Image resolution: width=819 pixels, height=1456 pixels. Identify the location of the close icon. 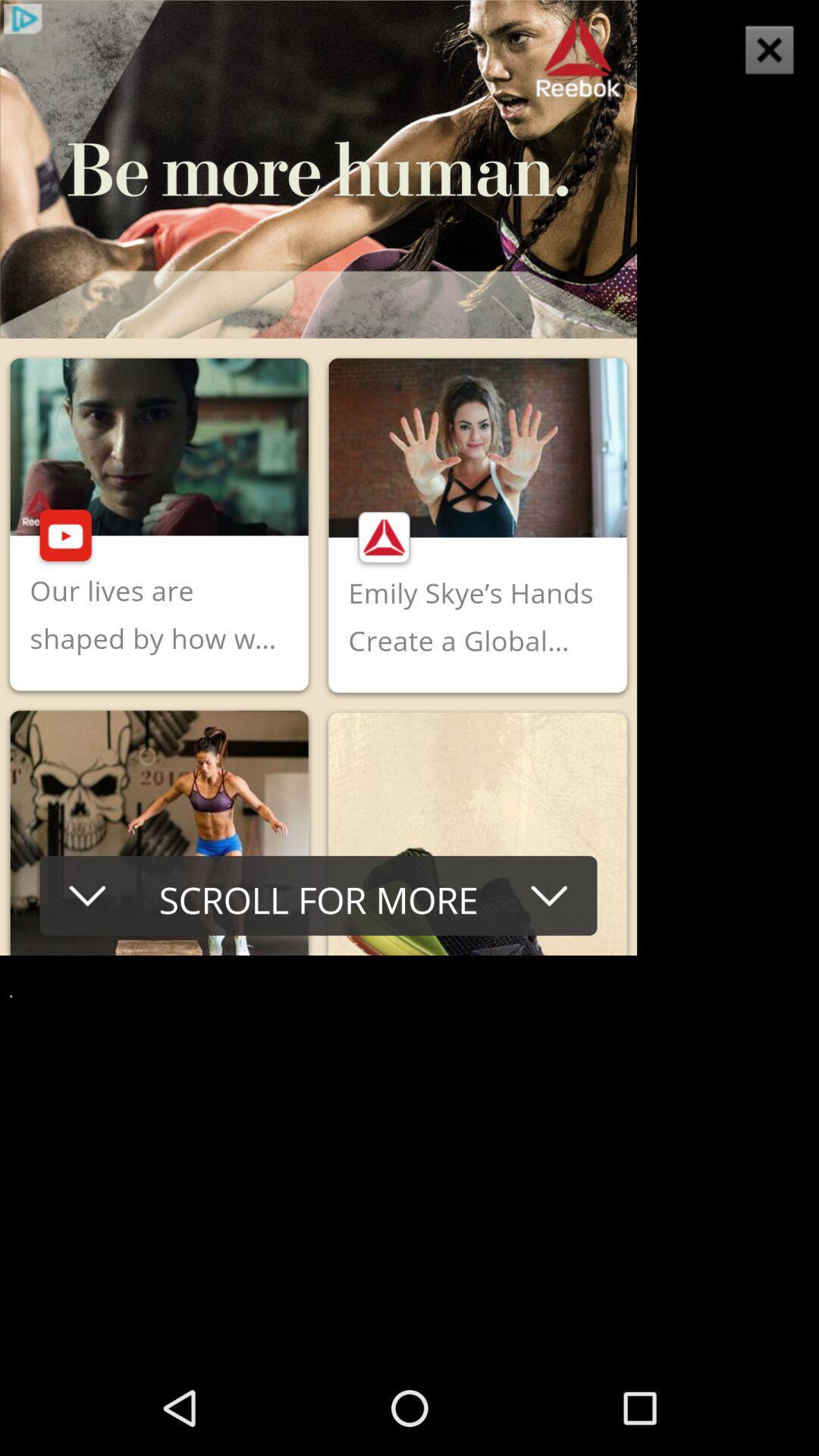
(769, 53).